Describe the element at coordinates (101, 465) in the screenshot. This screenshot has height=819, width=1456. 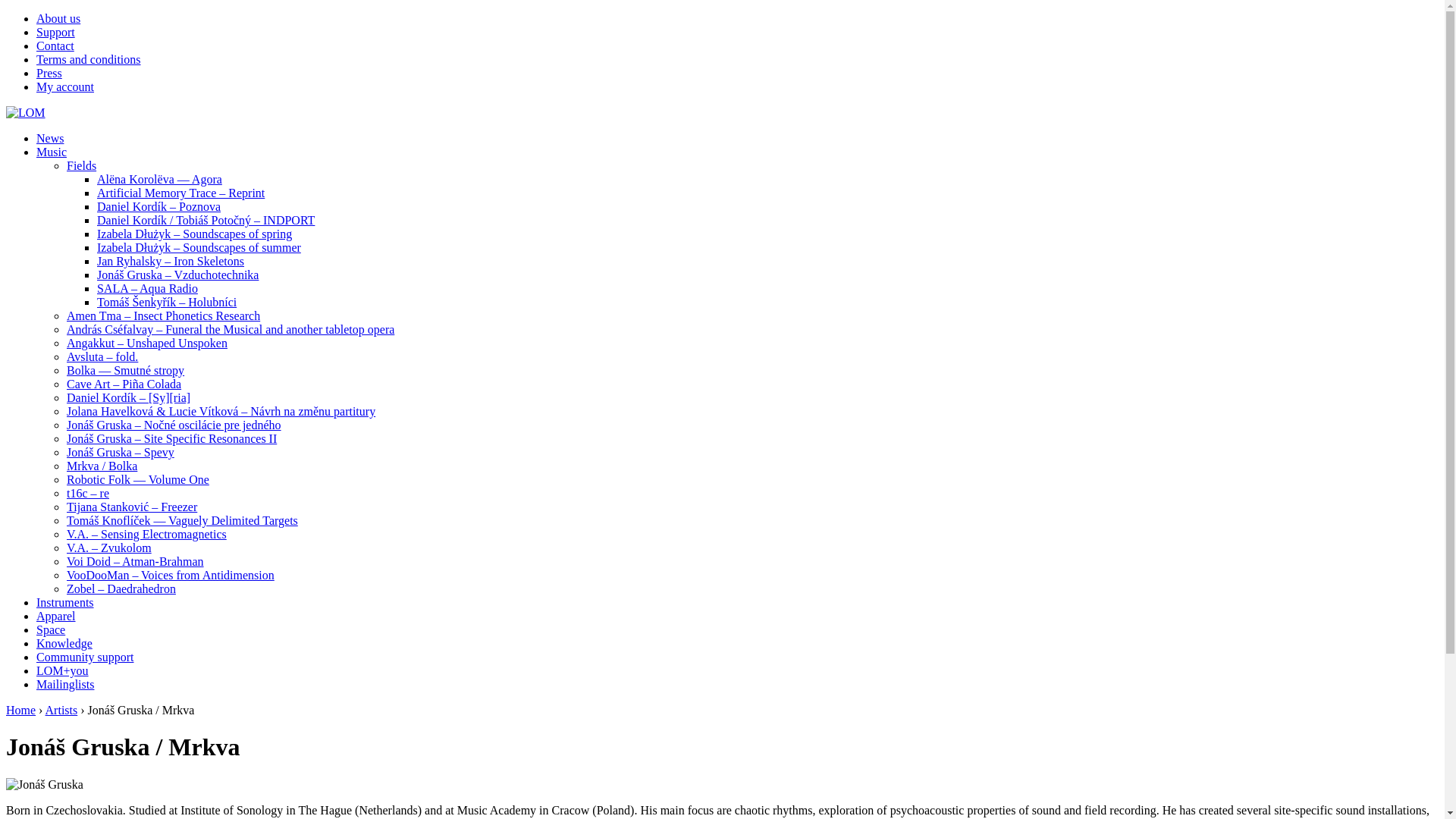
I see `'Mrkva / Bolka'` at that location.